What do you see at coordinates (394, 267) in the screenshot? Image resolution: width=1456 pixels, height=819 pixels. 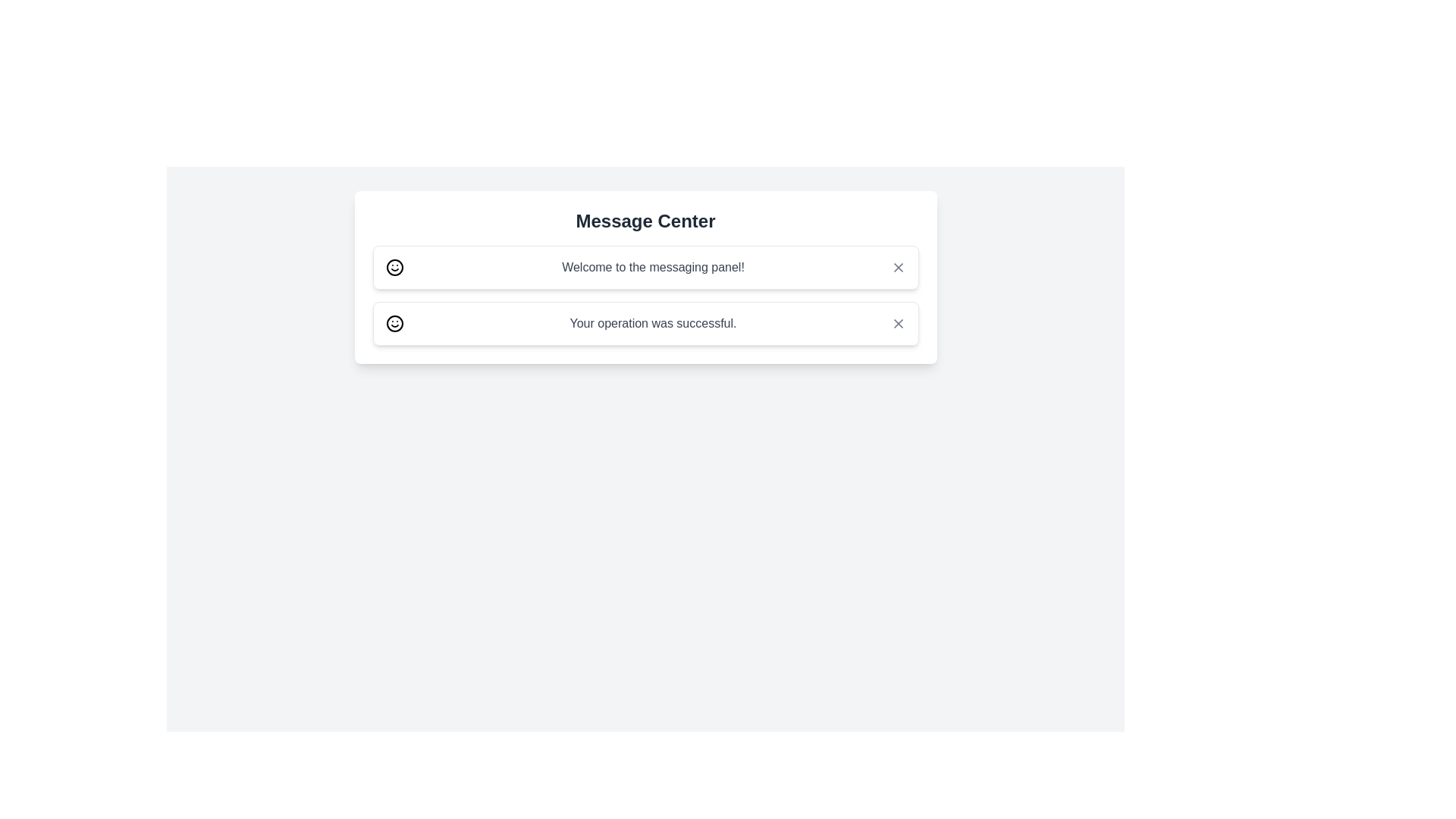 I see `the blue smiley face SVG icon located to the left of the text 'Welcome to the messaging panel!' in the top row of the card` at bounding box center [394, 267].